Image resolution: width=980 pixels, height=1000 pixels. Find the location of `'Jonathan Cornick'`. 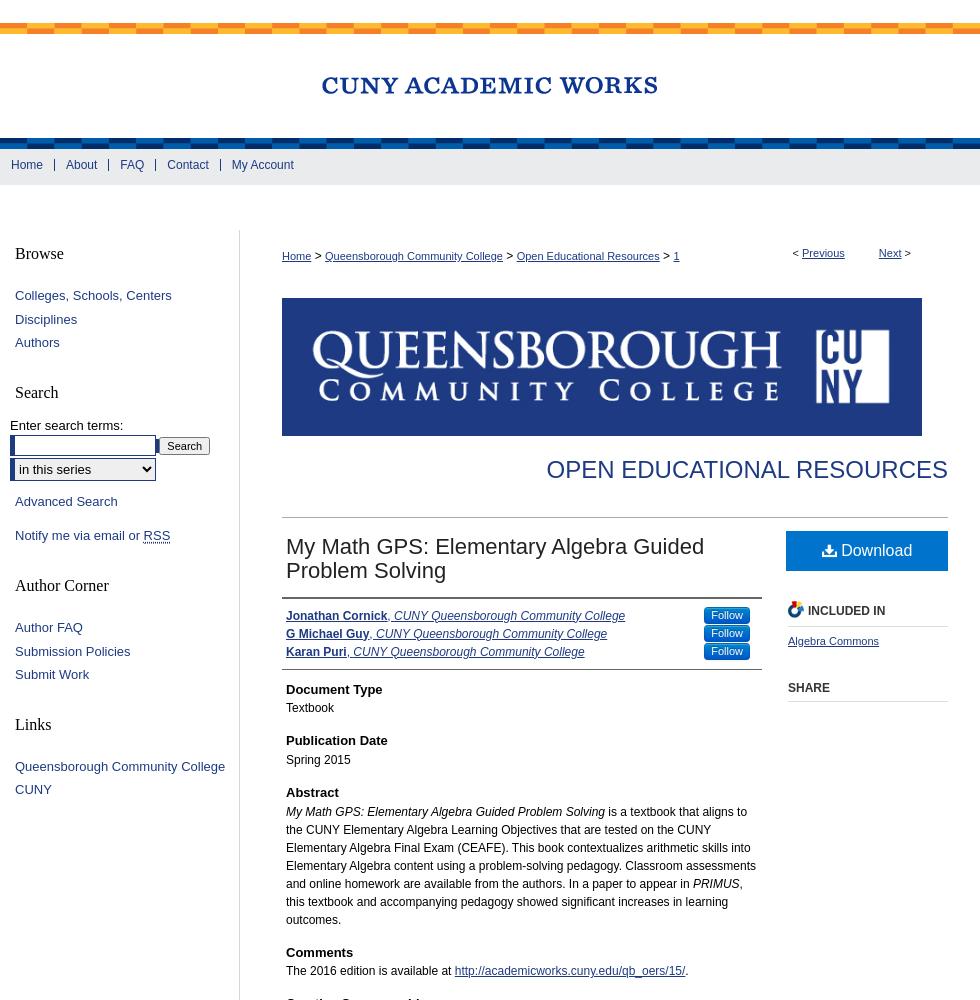

'Jonathan Cornick' is located at coordinates (336, 614).